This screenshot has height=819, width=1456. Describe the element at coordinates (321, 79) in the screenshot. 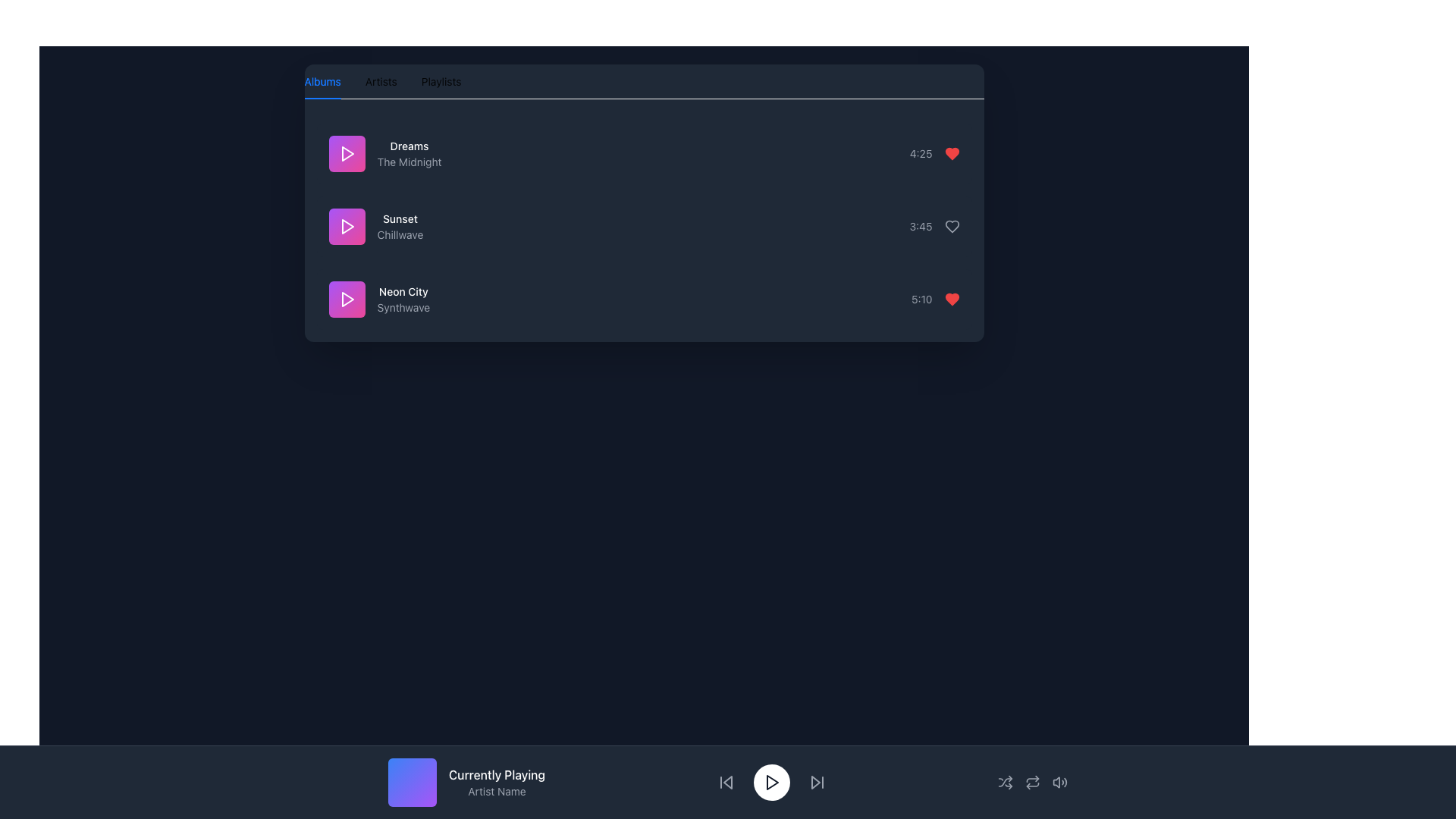

I see `the 'Albums' tab in the Tab Navigation Item` at that location.